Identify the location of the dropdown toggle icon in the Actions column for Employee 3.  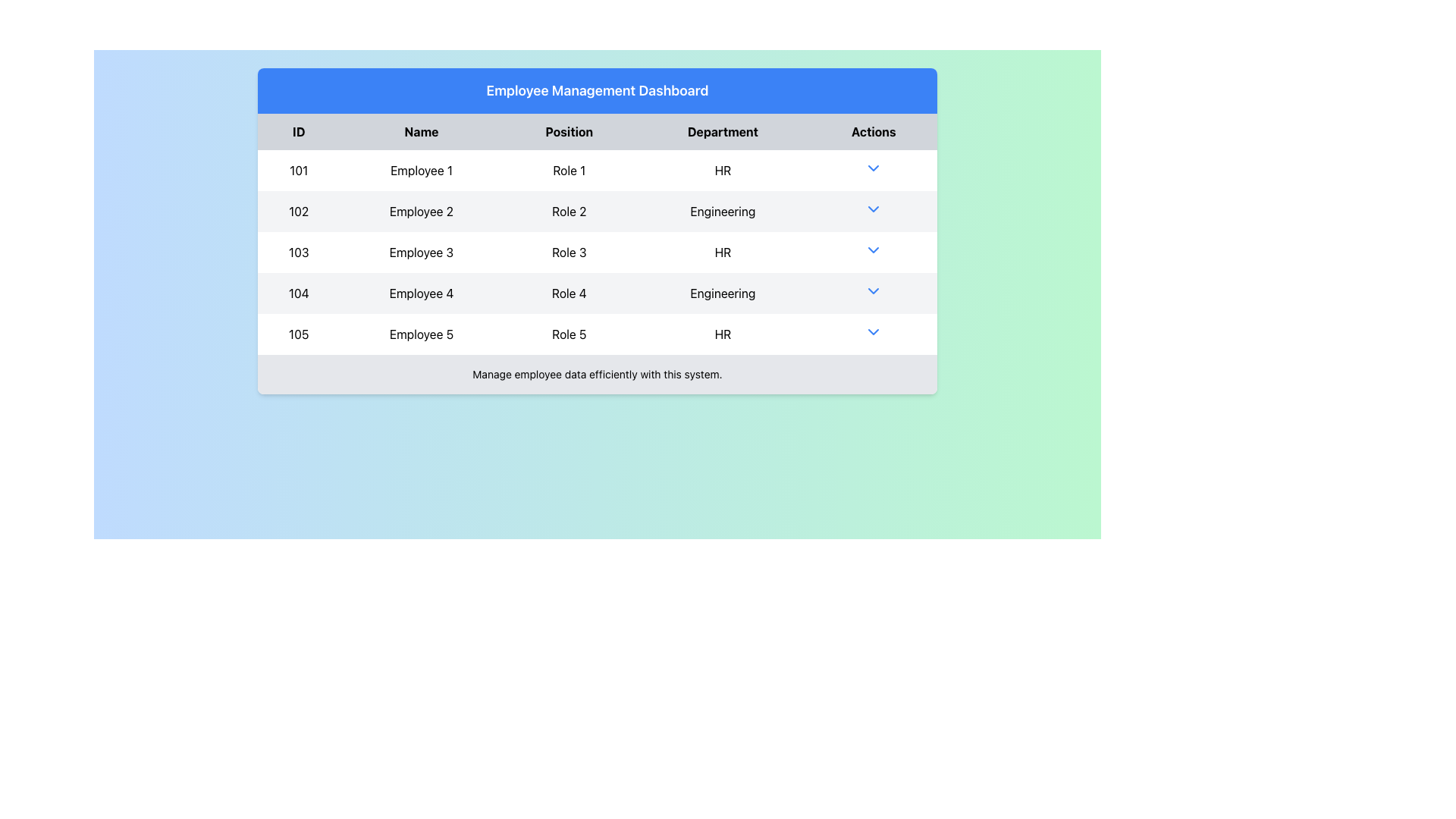
(874, 251).